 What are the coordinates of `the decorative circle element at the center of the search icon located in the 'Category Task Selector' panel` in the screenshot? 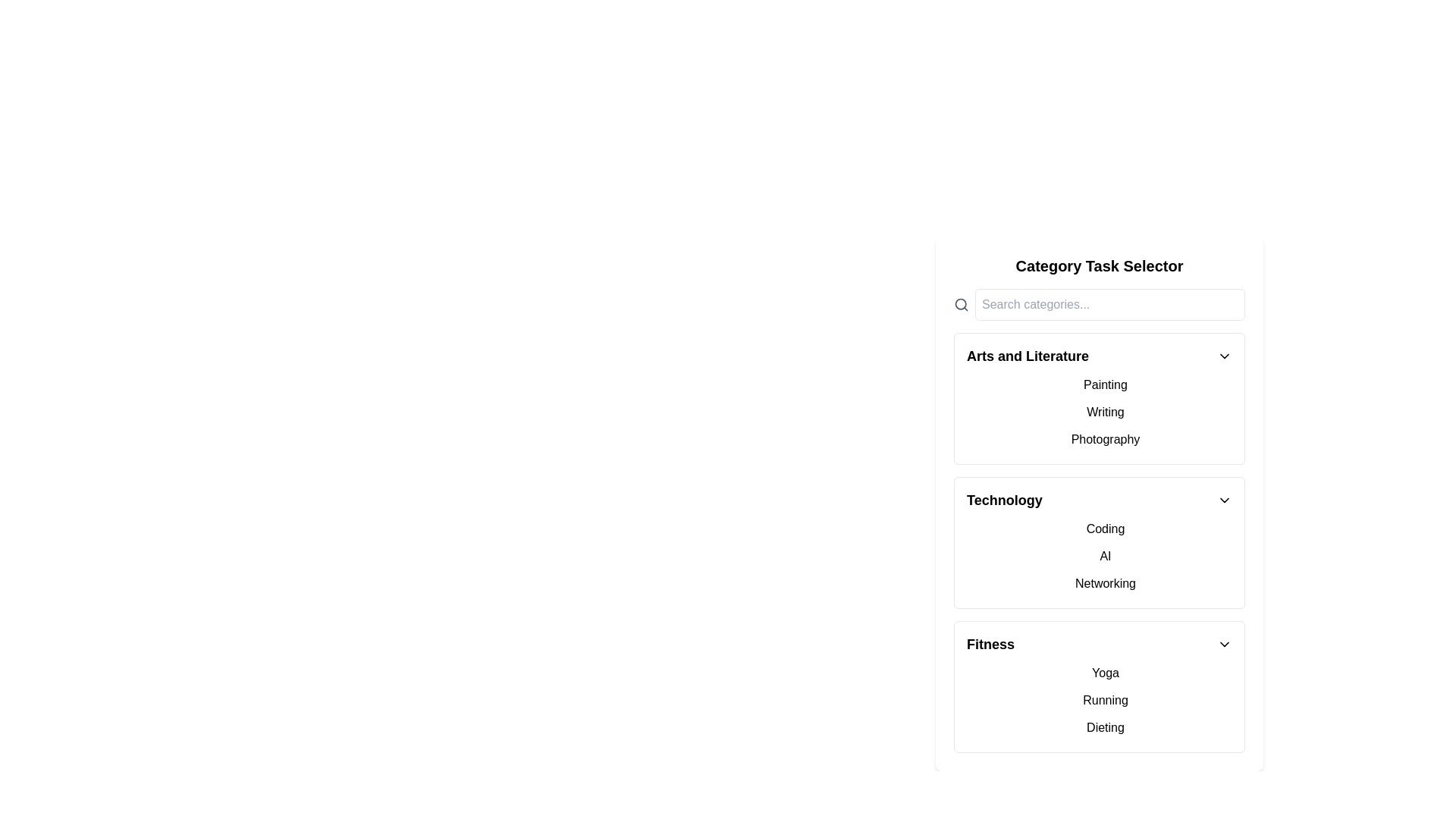 It's located at (960, 304).